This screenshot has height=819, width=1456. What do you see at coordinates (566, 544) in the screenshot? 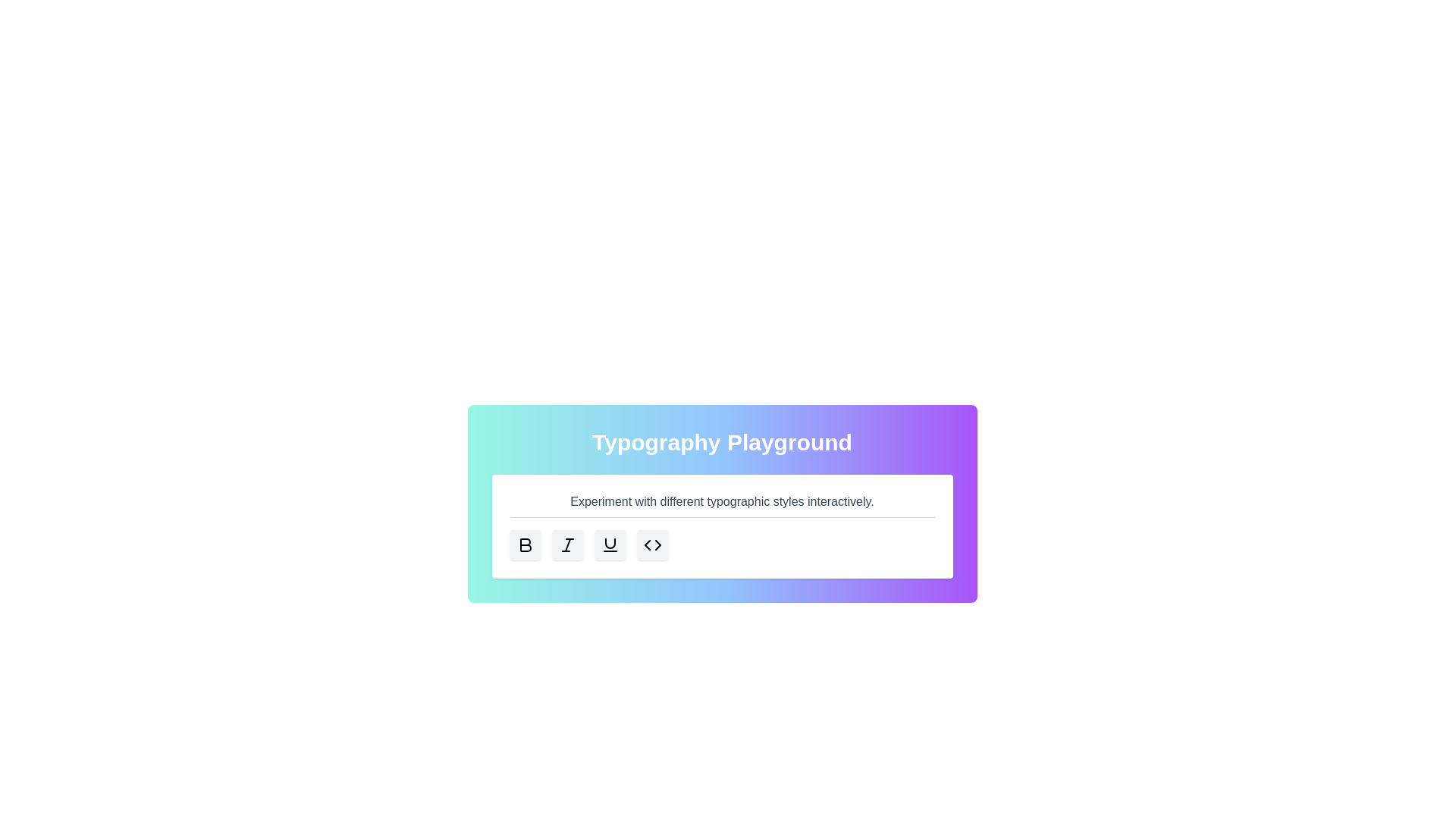
I see `the italicized 'I' icon, which is black on a white circular background` at bounding box center [566, 544].